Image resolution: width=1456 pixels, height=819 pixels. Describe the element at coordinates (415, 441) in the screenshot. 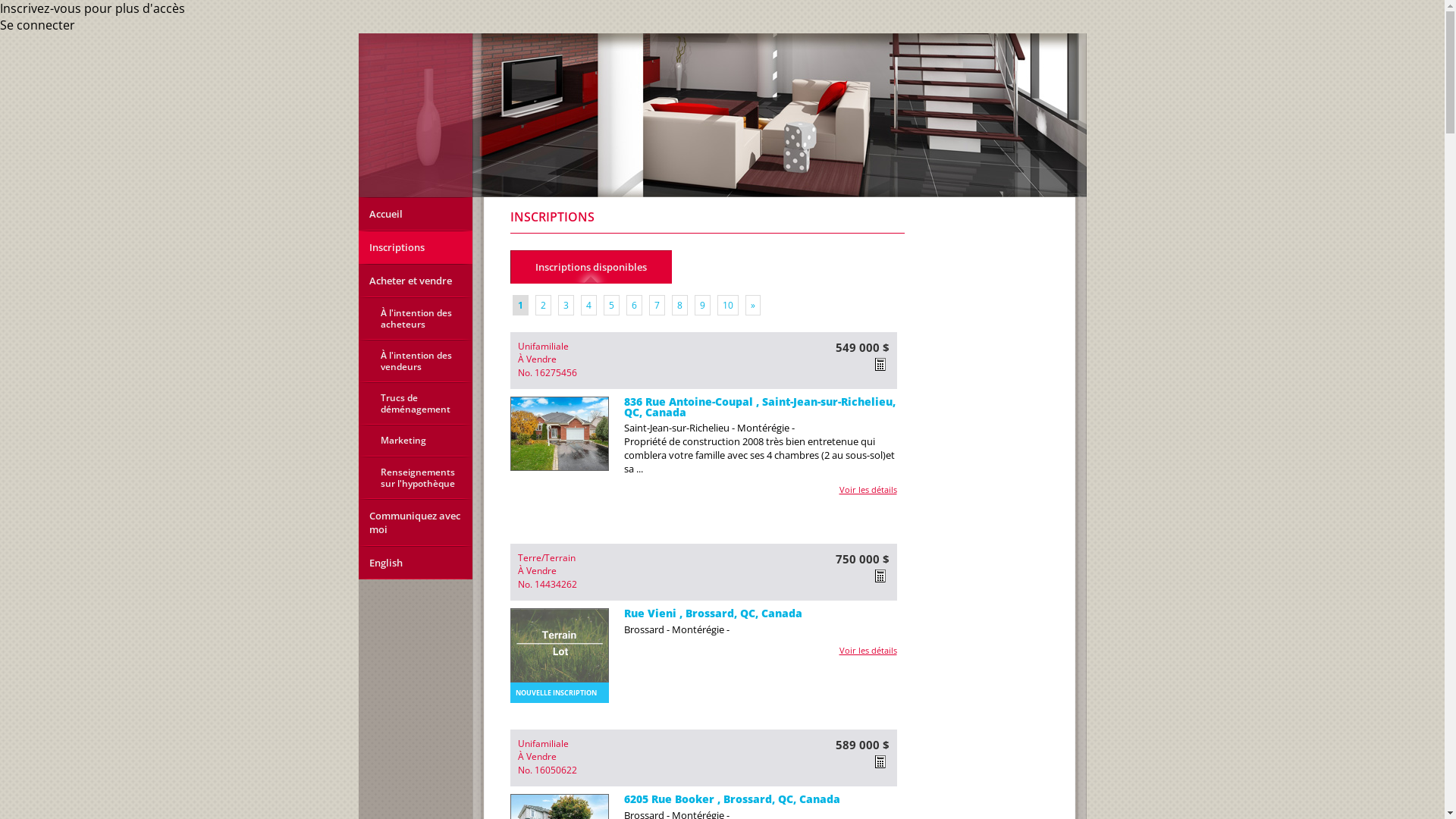

I see `'Marketing'` at that location.